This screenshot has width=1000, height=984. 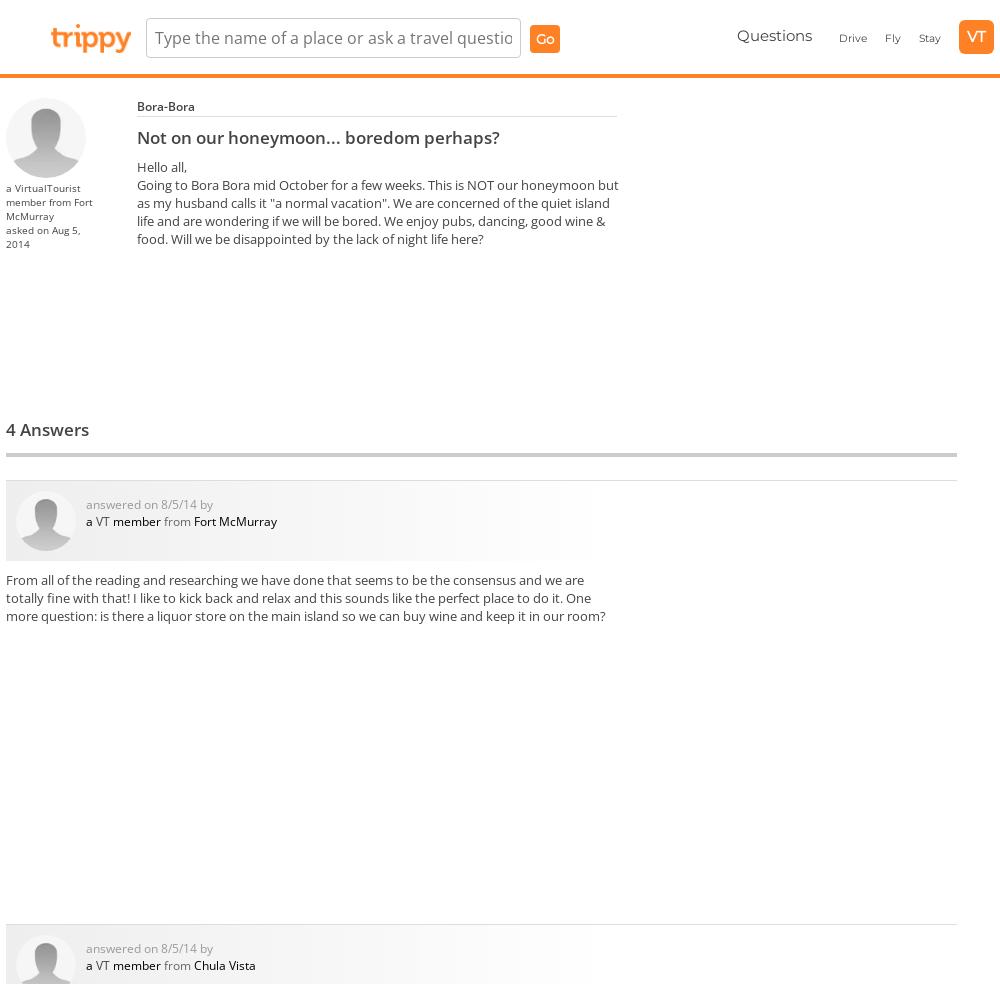 What do you see at coordinates (893, 37) in the screenshot?
I see `'Fly'` at bounding box center [893, 37].